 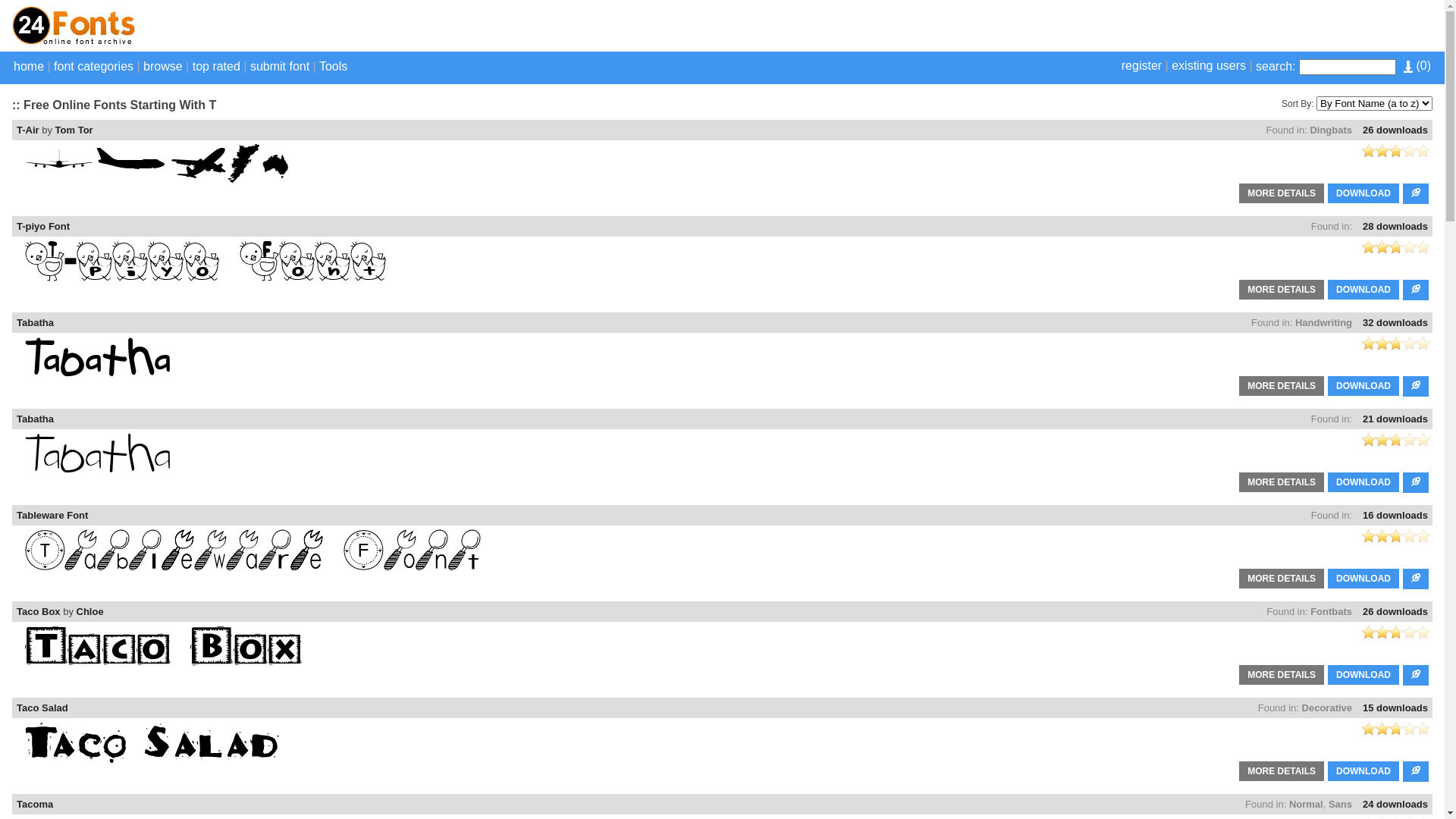 I want to click on 'register', so click(x=1141, y=64).